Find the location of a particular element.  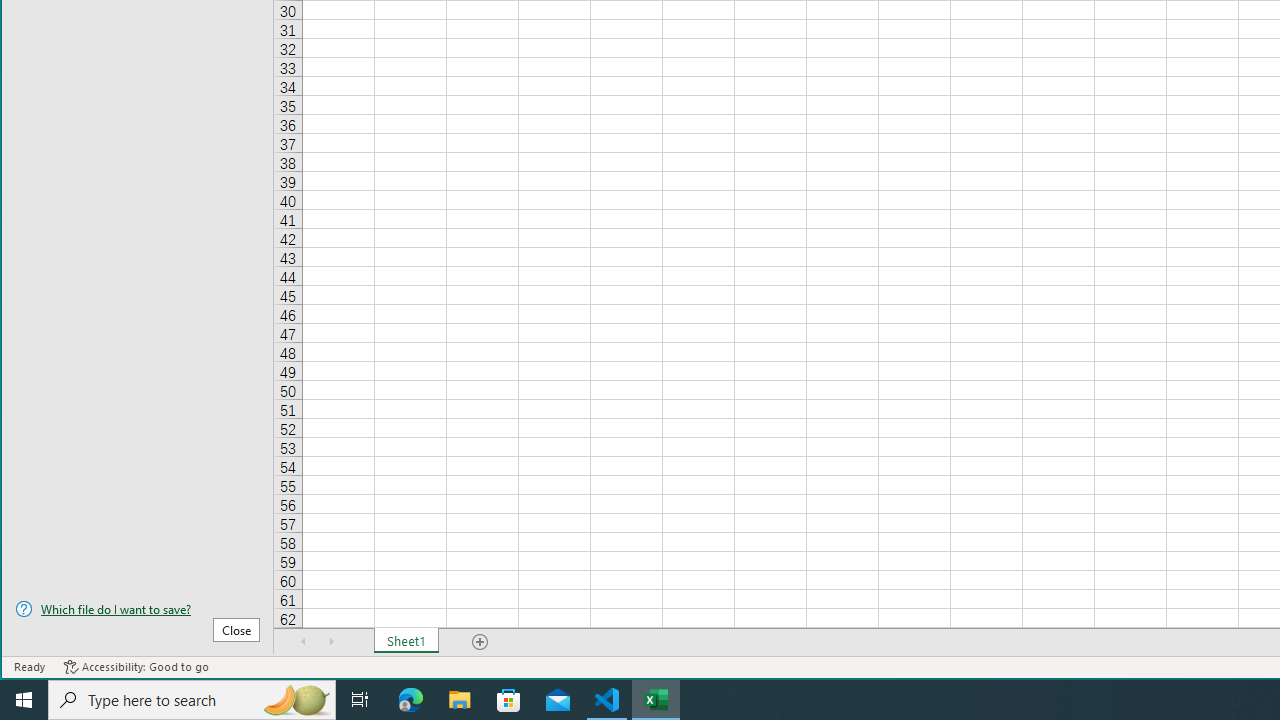

'Search highlights icon opens search home window' is located at coordinates (294, 698).